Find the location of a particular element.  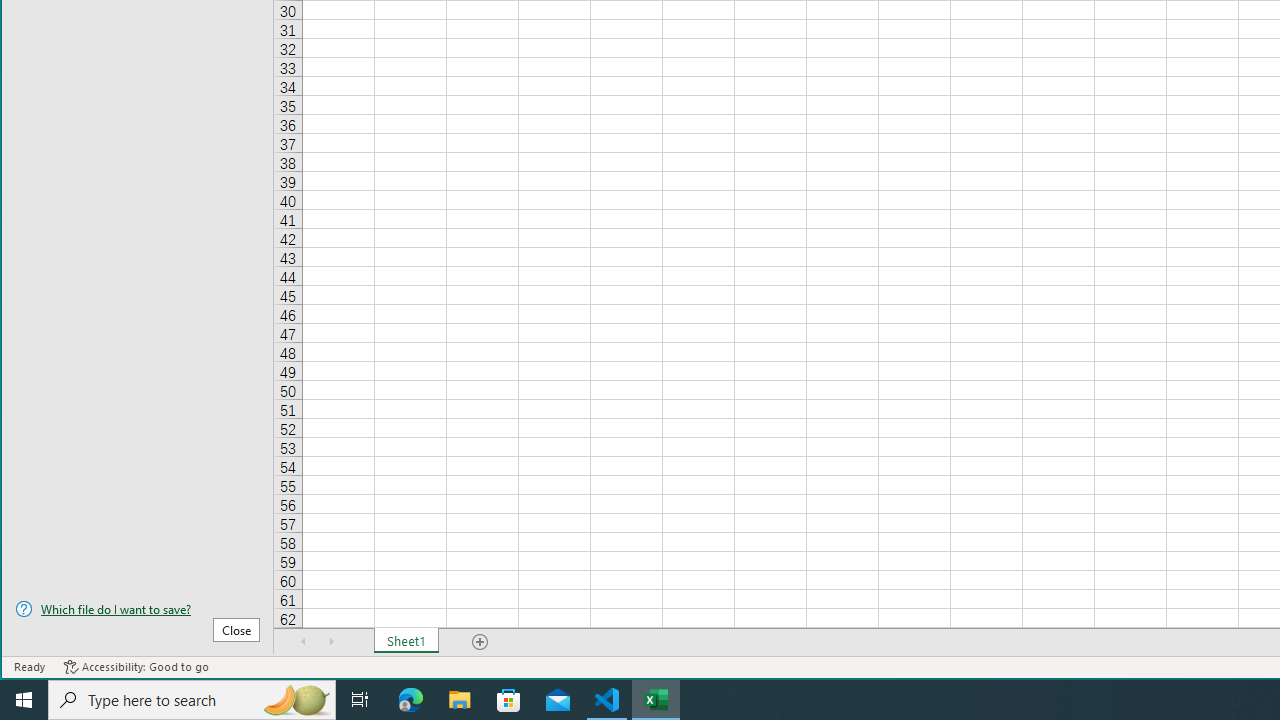

'Search highlights icon opens search home window' is located at coordinates (294, 698).